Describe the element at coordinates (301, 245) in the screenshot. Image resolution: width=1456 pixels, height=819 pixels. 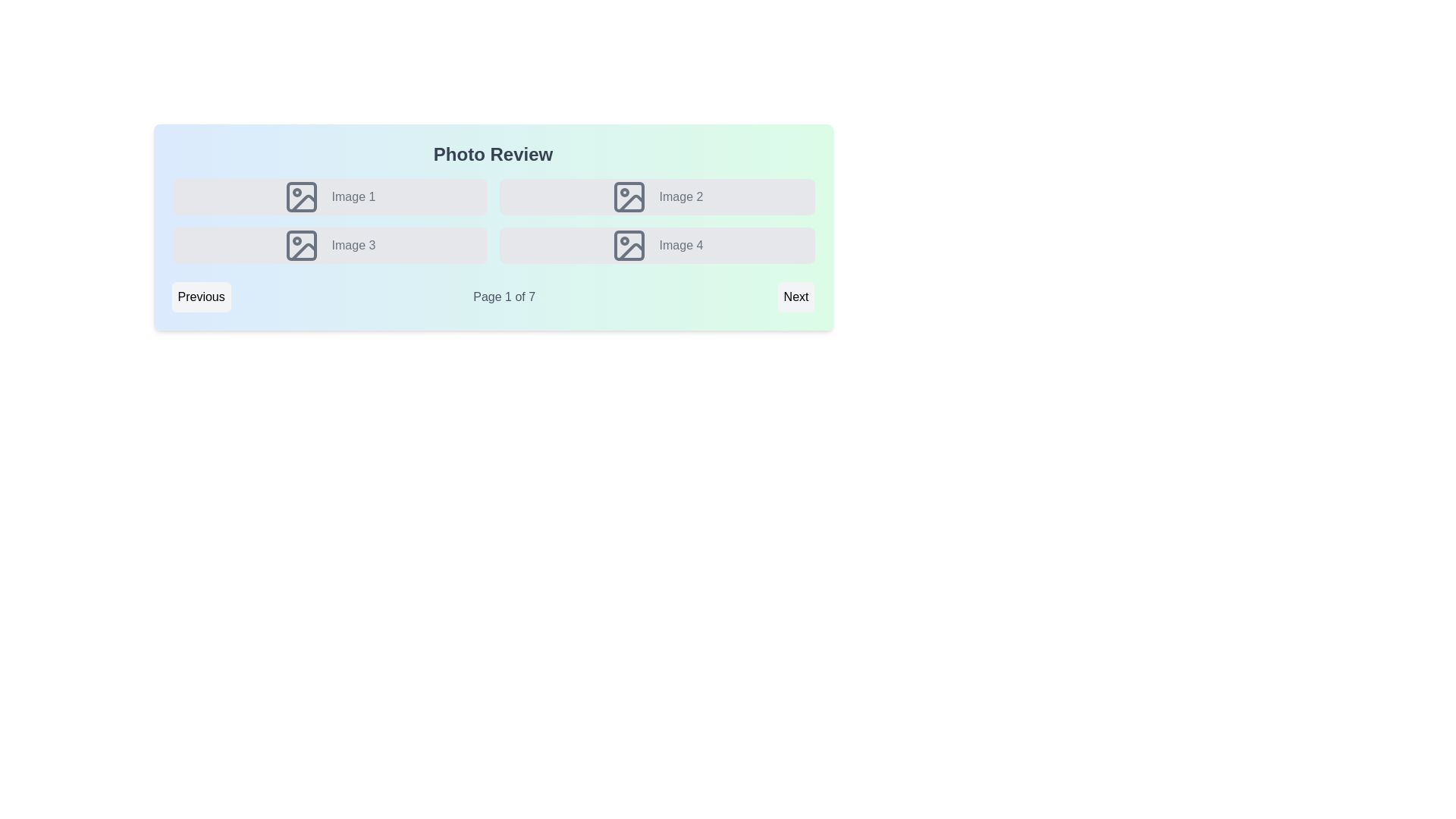
I see `the background shape of the Icon component representing 'Image 3', located in the lower-left area of the layout, specifically in the second row, first column of the grid` at that location.